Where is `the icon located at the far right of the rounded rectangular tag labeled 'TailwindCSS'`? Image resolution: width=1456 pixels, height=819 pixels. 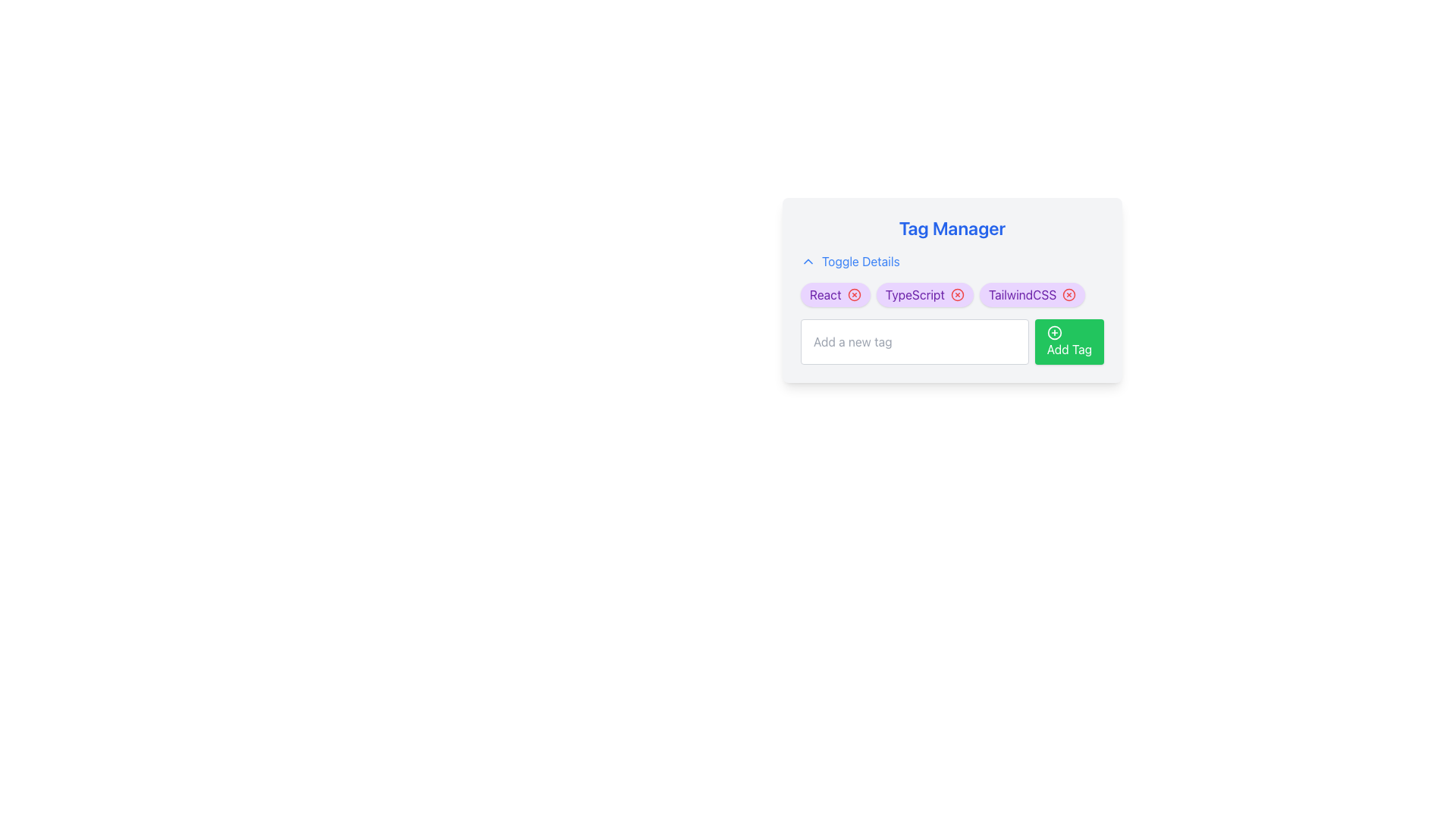 the icon located at the far right of the rounded rectangular tag labeled 'TailwindCSS' is located at coordinates (1068, 295).